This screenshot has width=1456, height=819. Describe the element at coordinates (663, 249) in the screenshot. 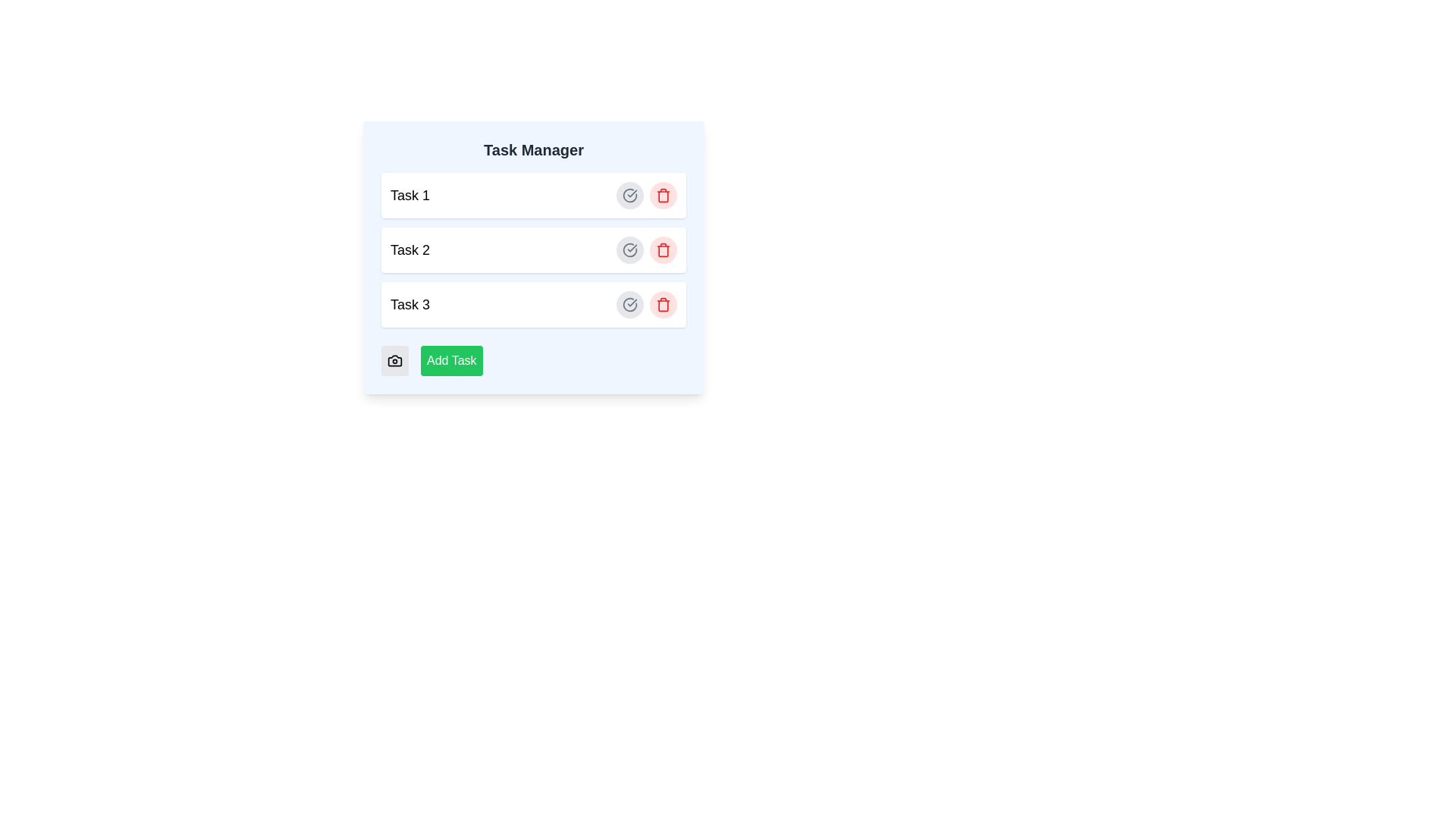

I see `the small red-colored trash icon button, which is the second in a vertical series of three trash icons aligned with the 'Task 2' row` at that location.